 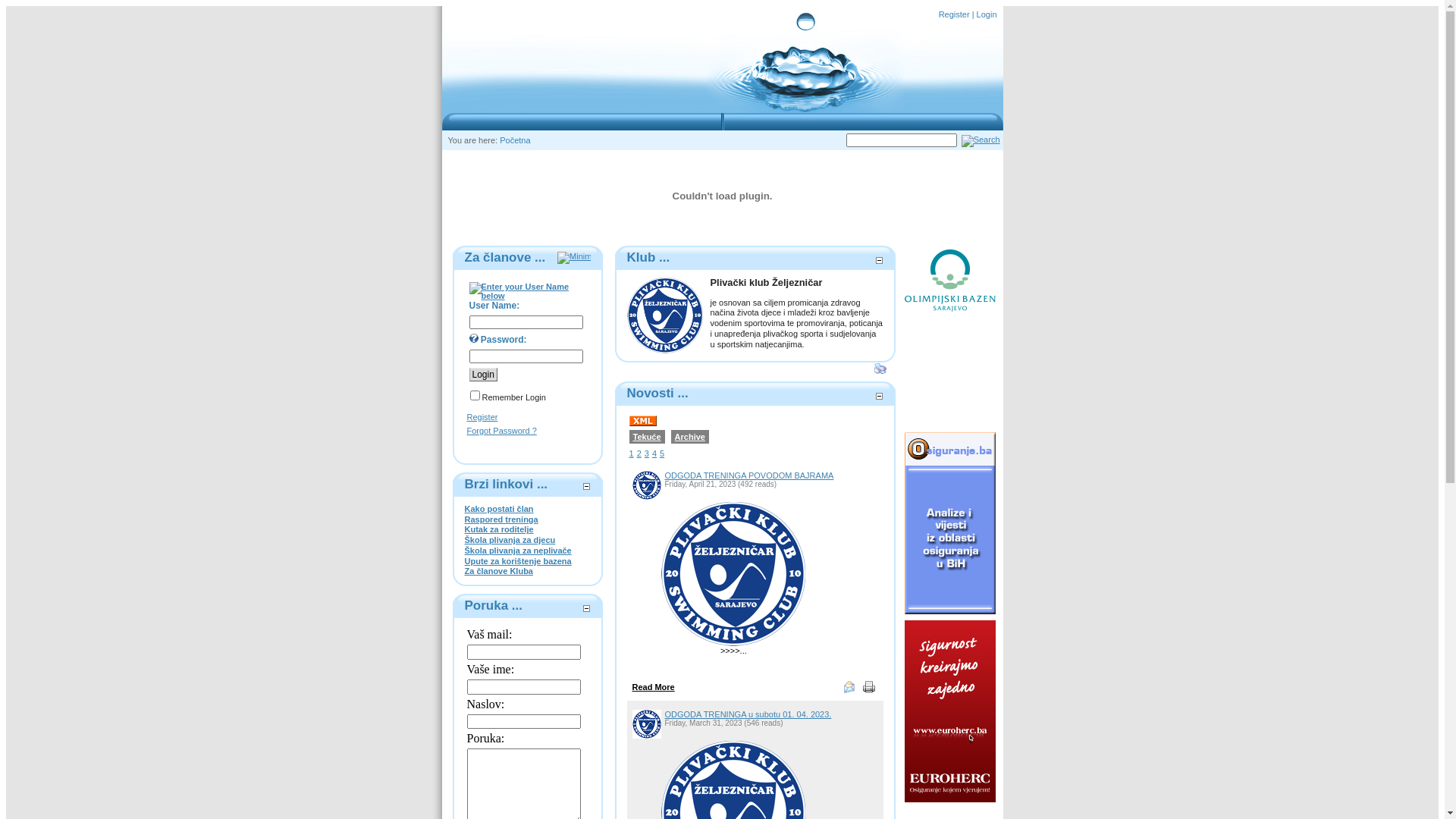 I want to click on 'Minimize', so click(x=556, y=256).